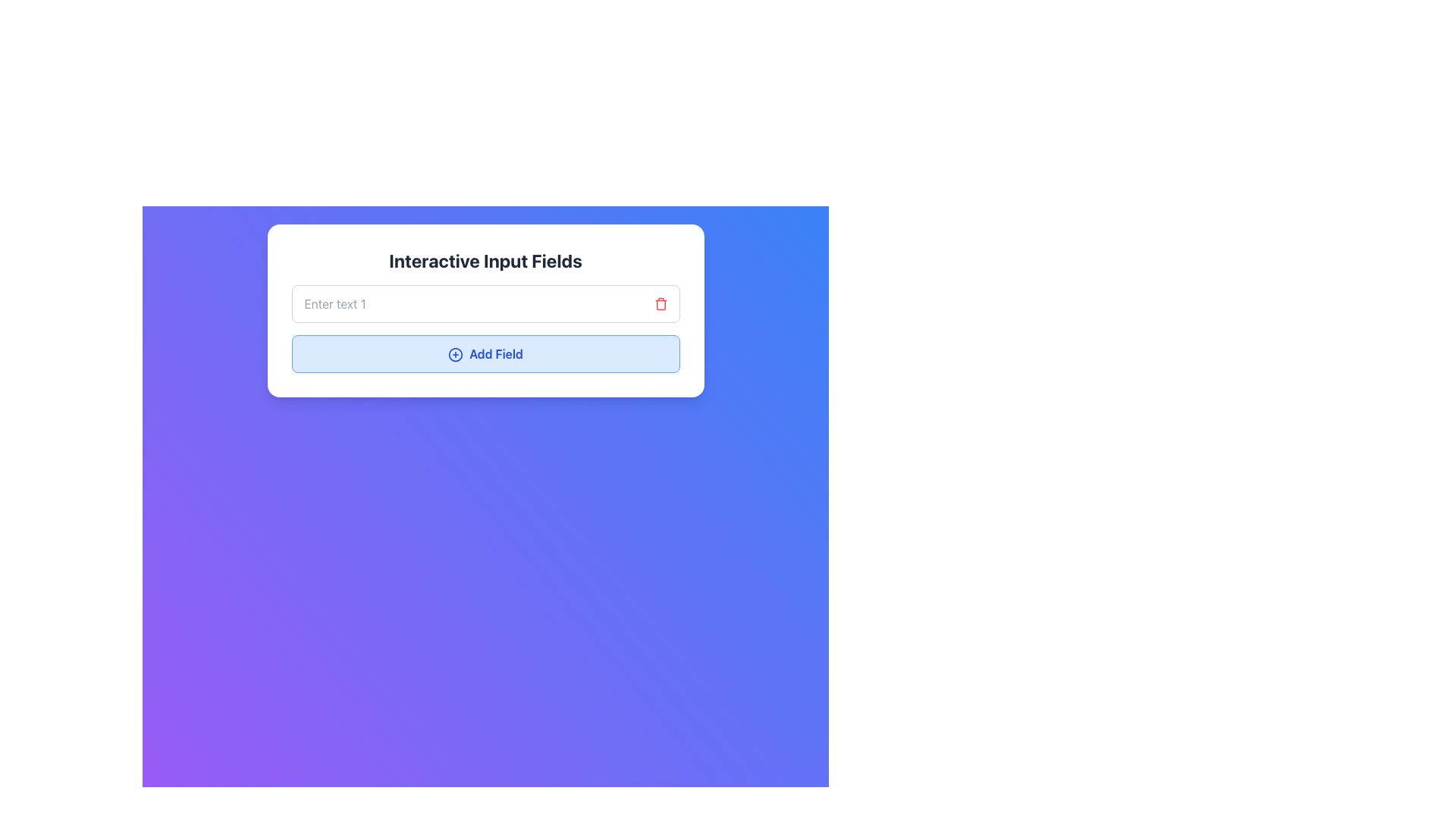 This screenshot has height=819, width=1456. Describe the element at coordinates (485, 353) in the screenshot. I see `the button located under the heading 'Interactive Input Fields'` at that location.